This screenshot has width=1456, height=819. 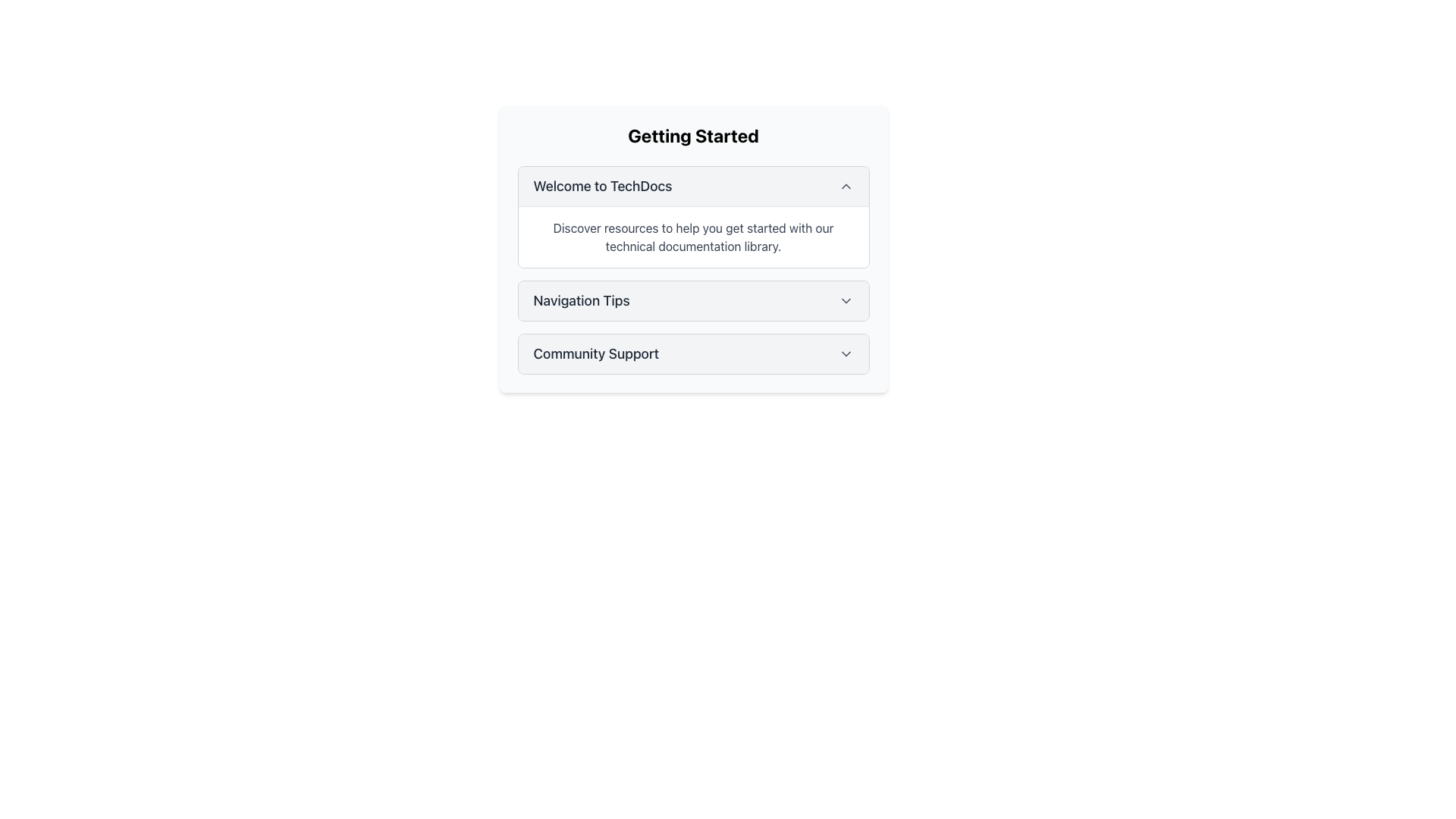 What do you see at coordinates (692, 353) in the screenshot?
I see `the 'Community Support' button located in the 'Getting Started' section` at bounding box center [692, 353].